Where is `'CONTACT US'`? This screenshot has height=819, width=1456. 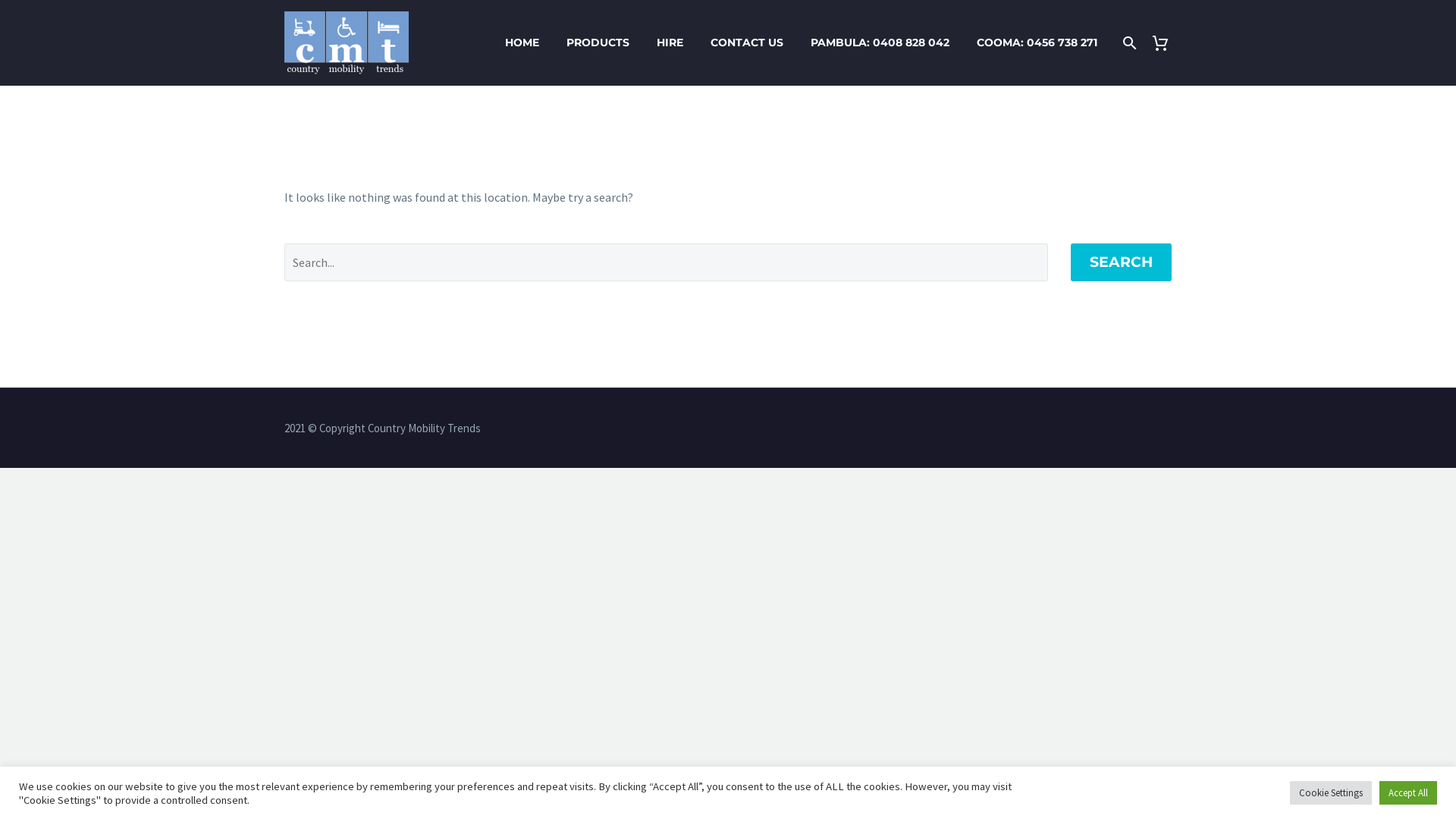 'CONTACT US' is located at coordinates (746, 42).